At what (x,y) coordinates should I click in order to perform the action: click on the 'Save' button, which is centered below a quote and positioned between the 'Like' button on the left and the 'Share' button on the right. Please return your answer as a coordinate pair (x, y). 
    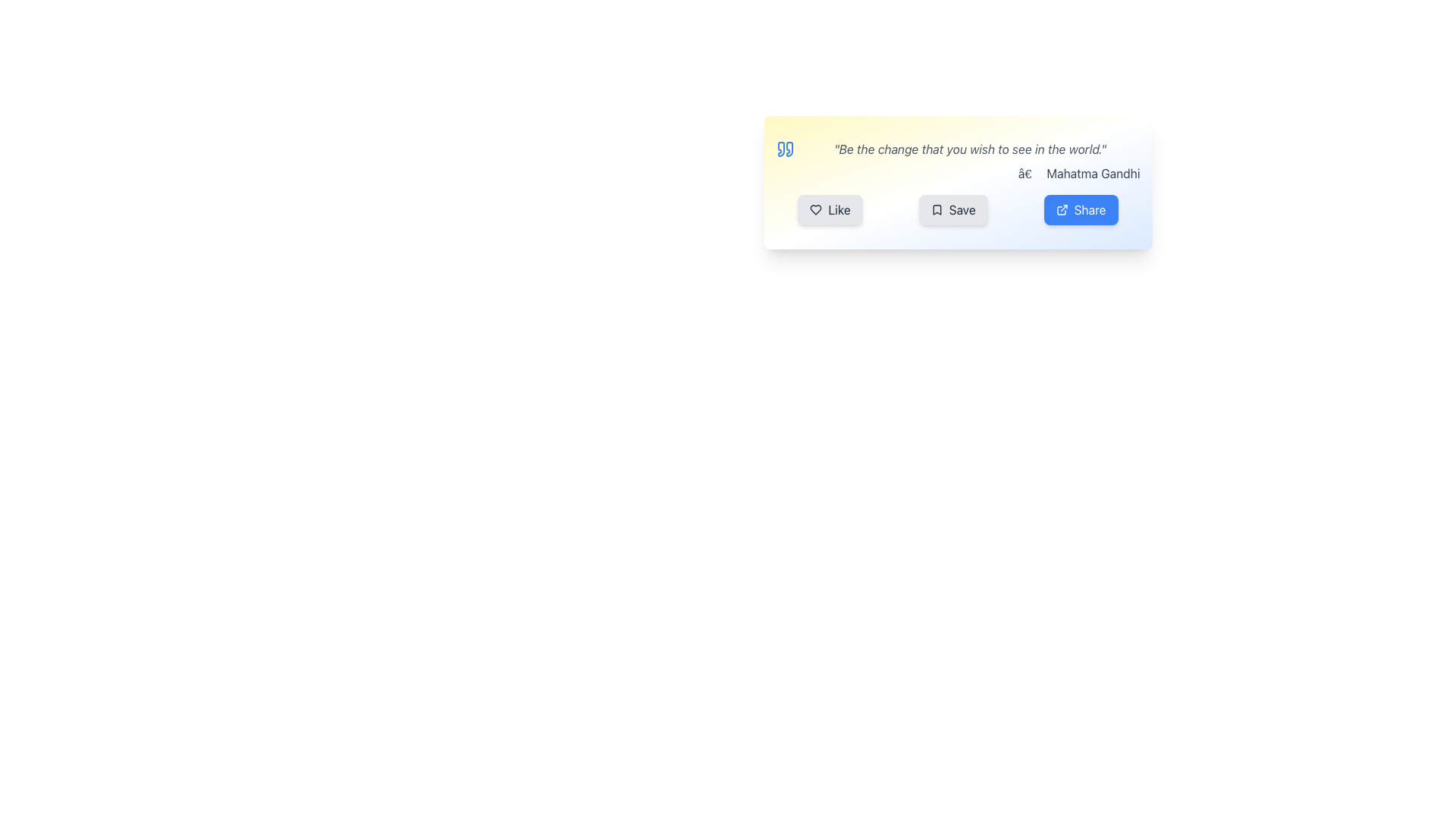
    Looking at the image, I should click on (952, 210).